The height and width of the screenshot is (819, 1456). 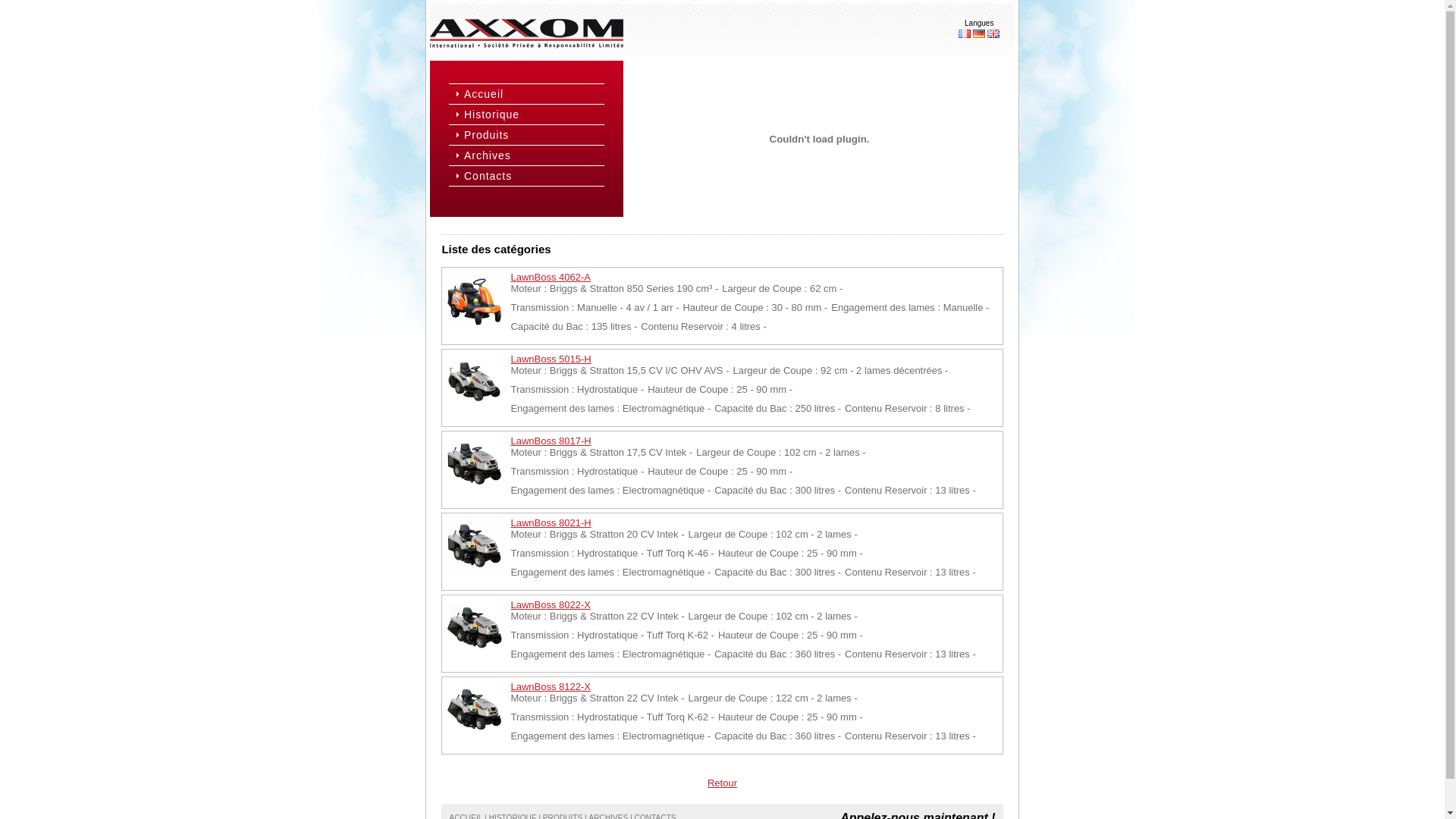 What do you see at coordinates (957, 33) in the screenshot?
I see `'FR'` at bounding box center [957, 33].